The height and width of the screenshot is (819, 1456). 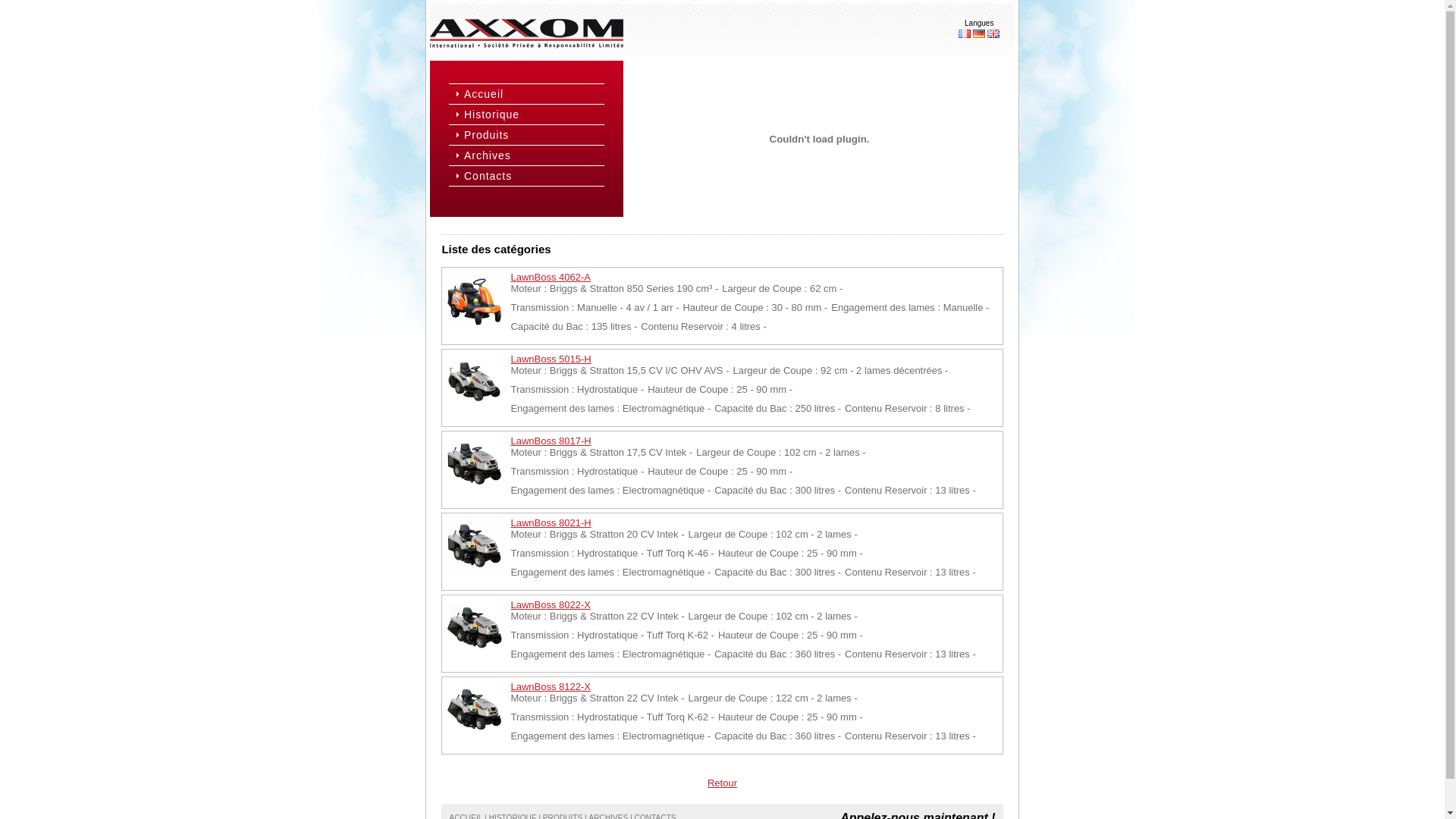 What do you see at coordinates (957, 33) in the screenshot?
I see `'FR'` at bounding box center [957, 33].